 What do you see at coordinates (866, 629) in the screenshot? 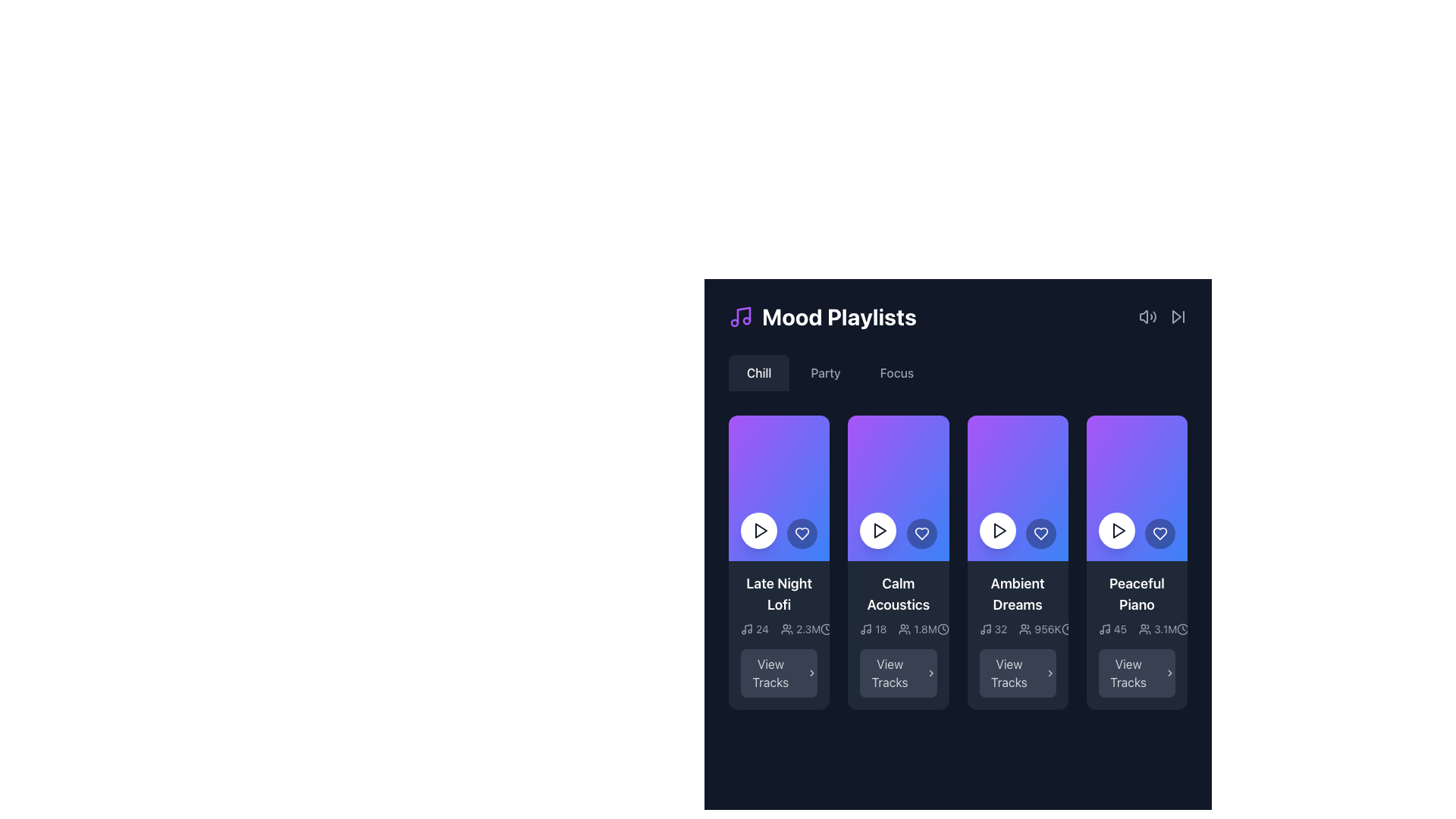
I see `the musical note icon located to the left of the text '18' within the 'Calm Acoustics' playlist card` at bounding box center [866, 629].